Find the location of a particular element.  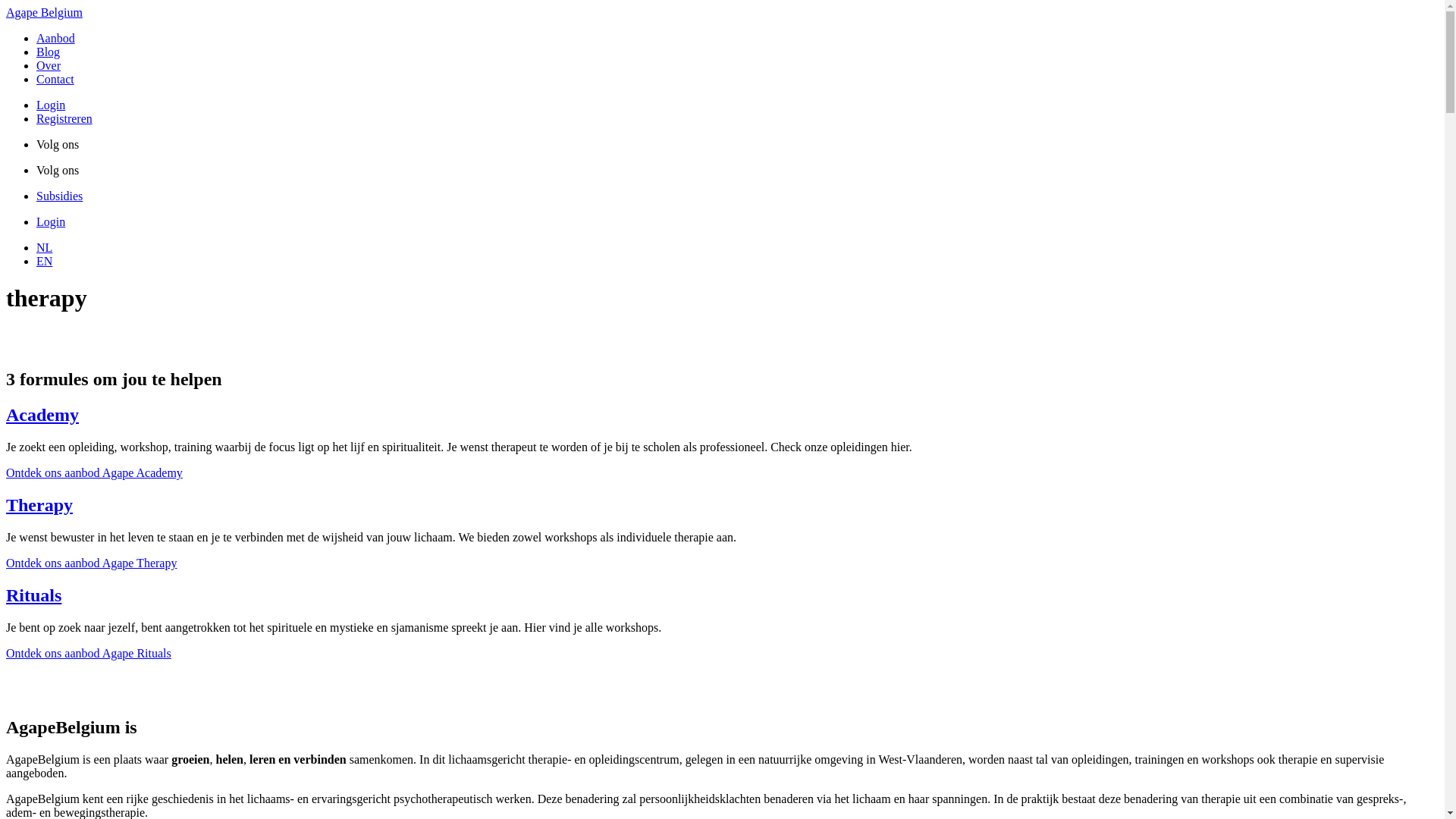

'Blog' is located at coordinates (36, 51).